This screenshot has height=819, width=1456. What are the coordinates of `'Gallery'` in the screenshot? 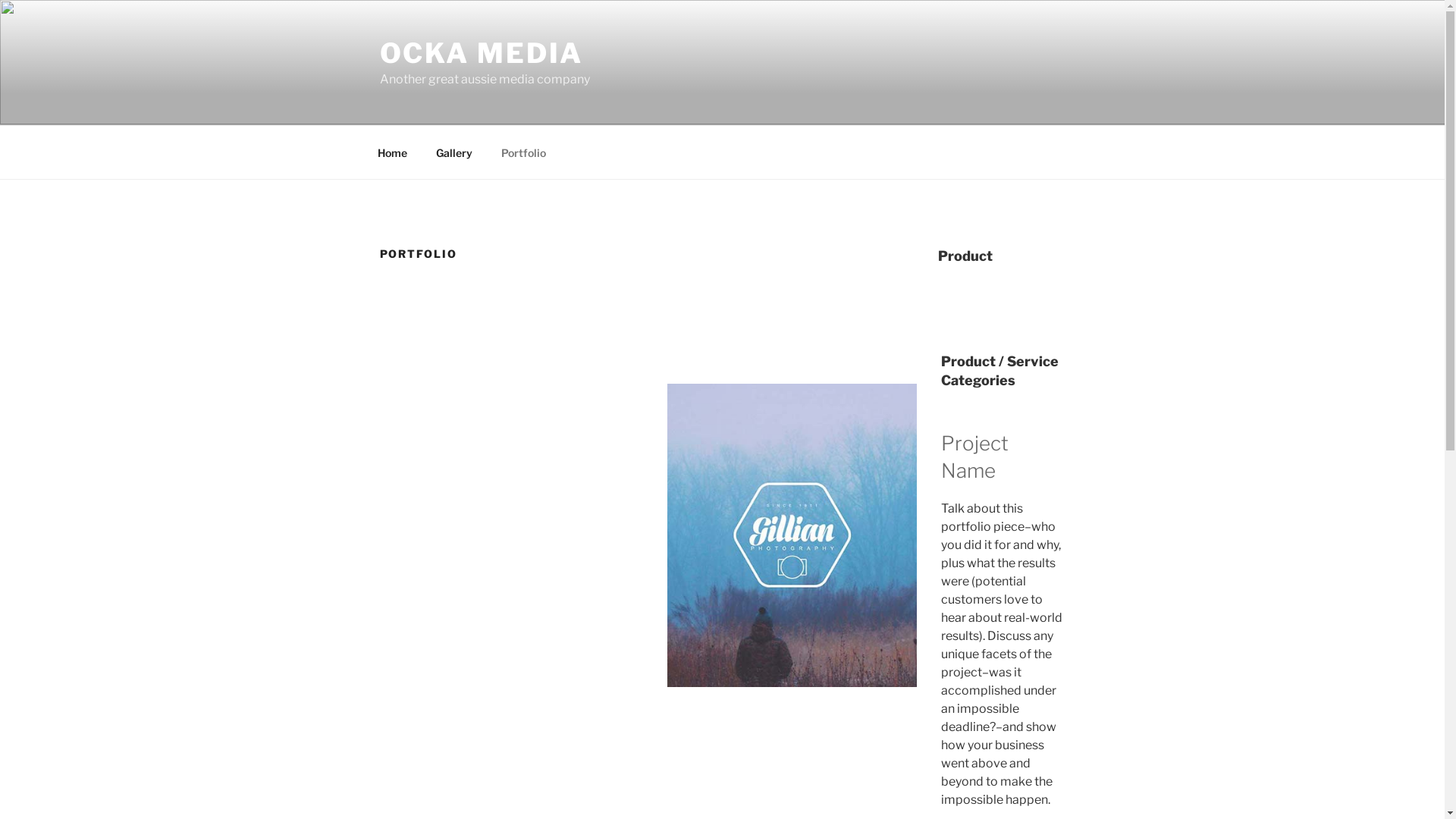 It's located at (453, 152).